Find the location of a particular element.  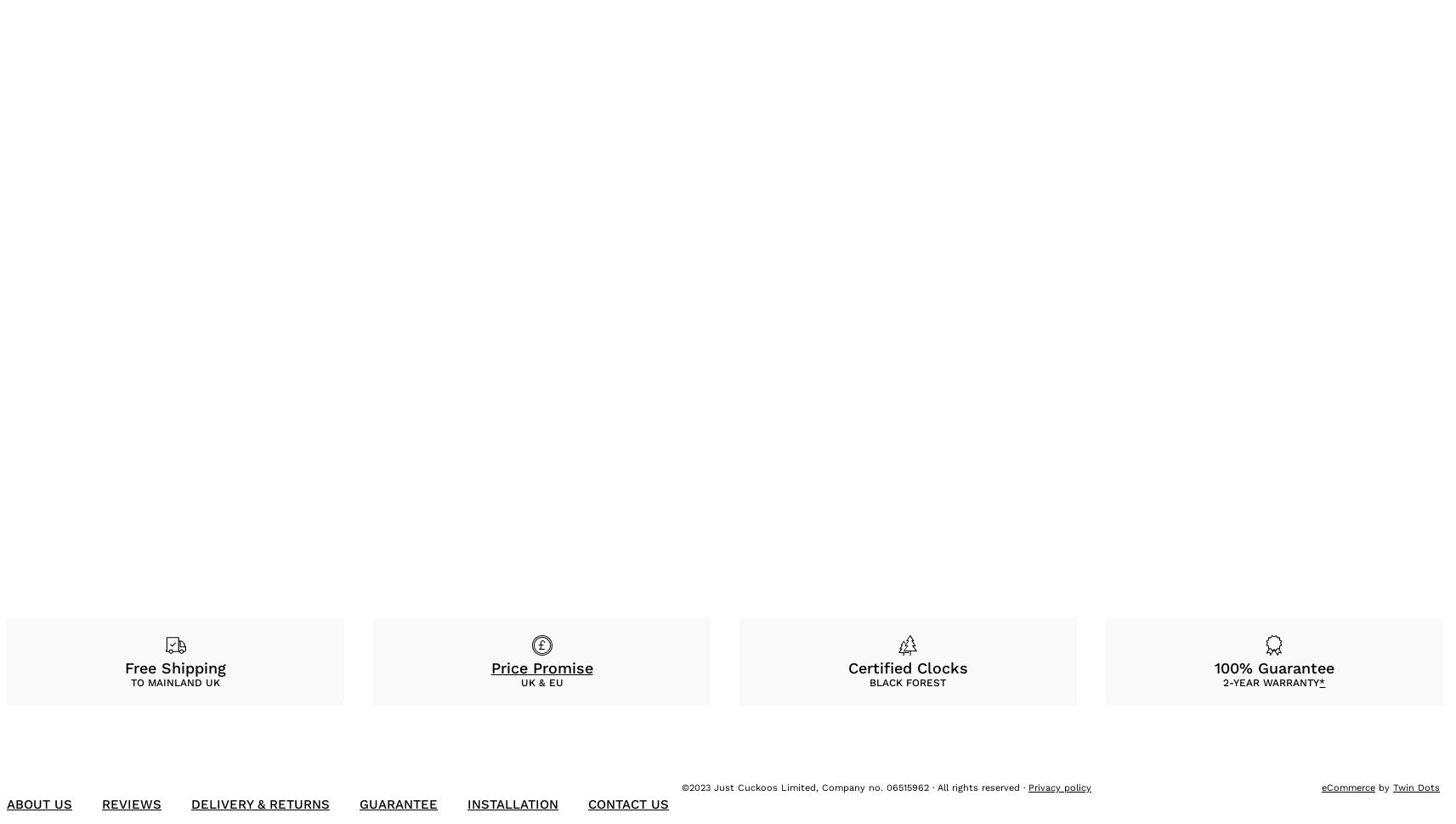

'Twin Dots' is located at coordinates (1416, 787).